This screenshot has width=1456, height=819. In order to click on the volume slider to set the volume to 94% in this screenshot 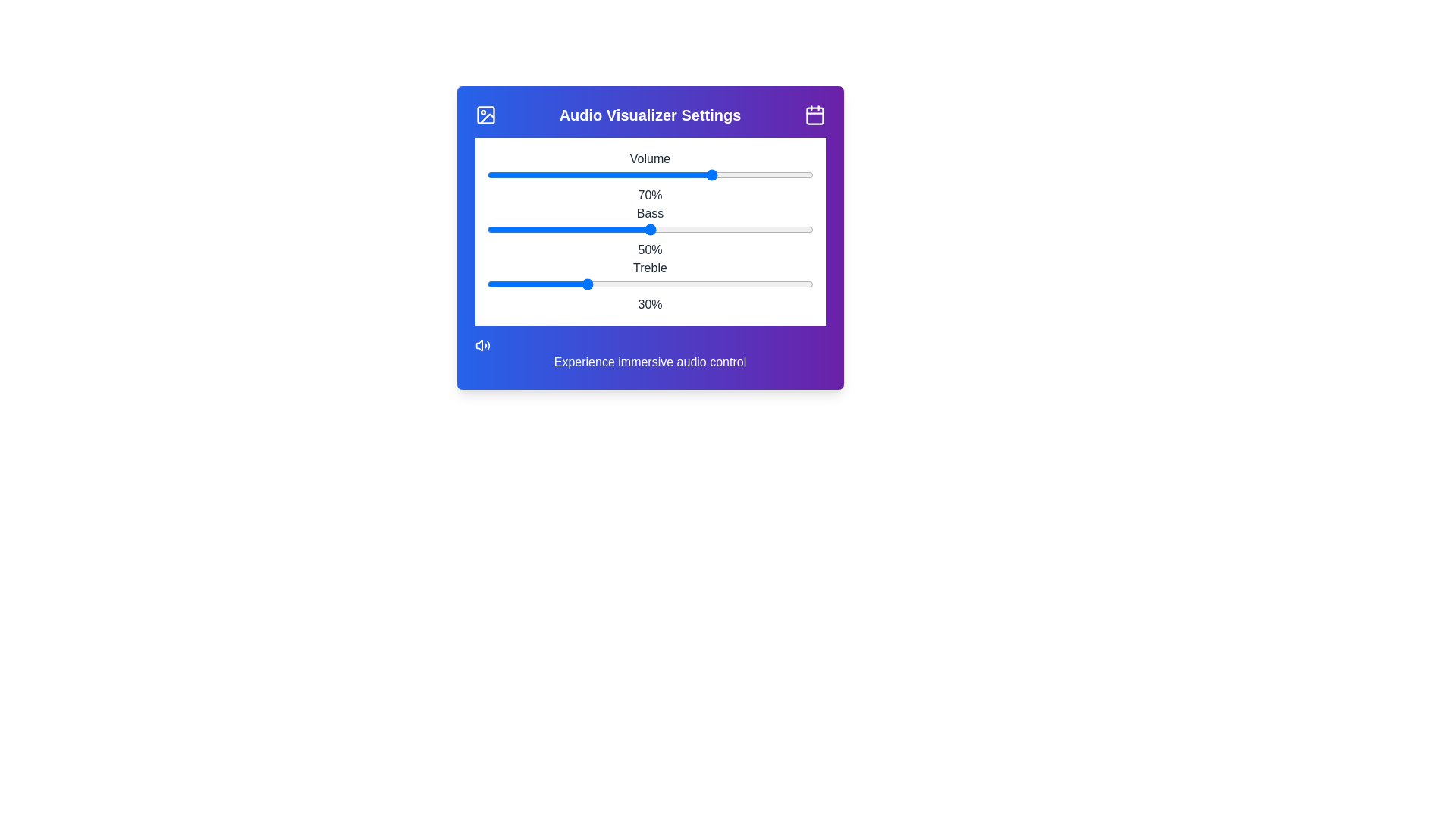, I will do `click(792, 174)`.